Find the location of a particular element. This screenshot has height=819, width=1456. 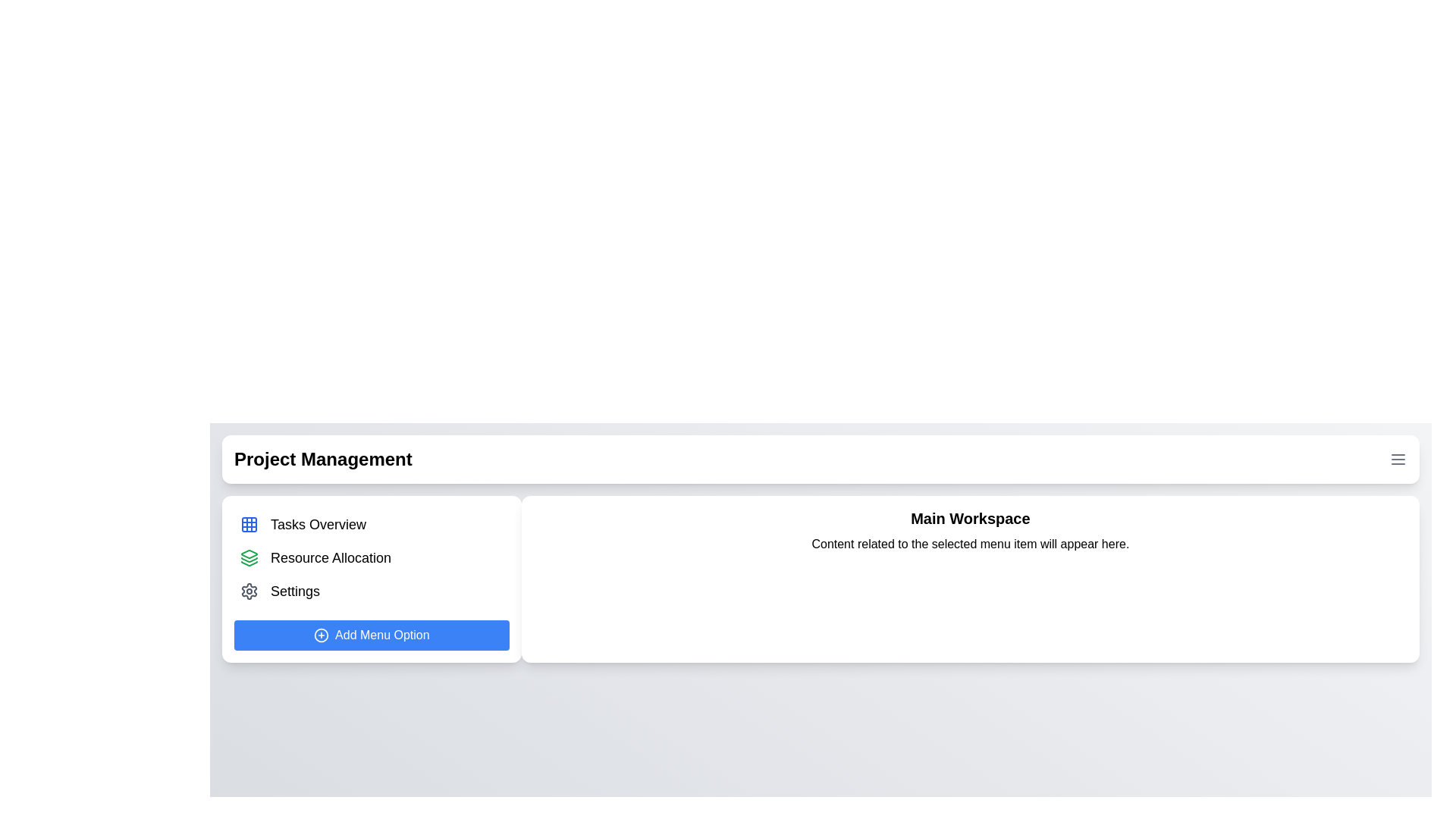

the menu item Resource Allocation from the list is located at coordinates (372, 558).